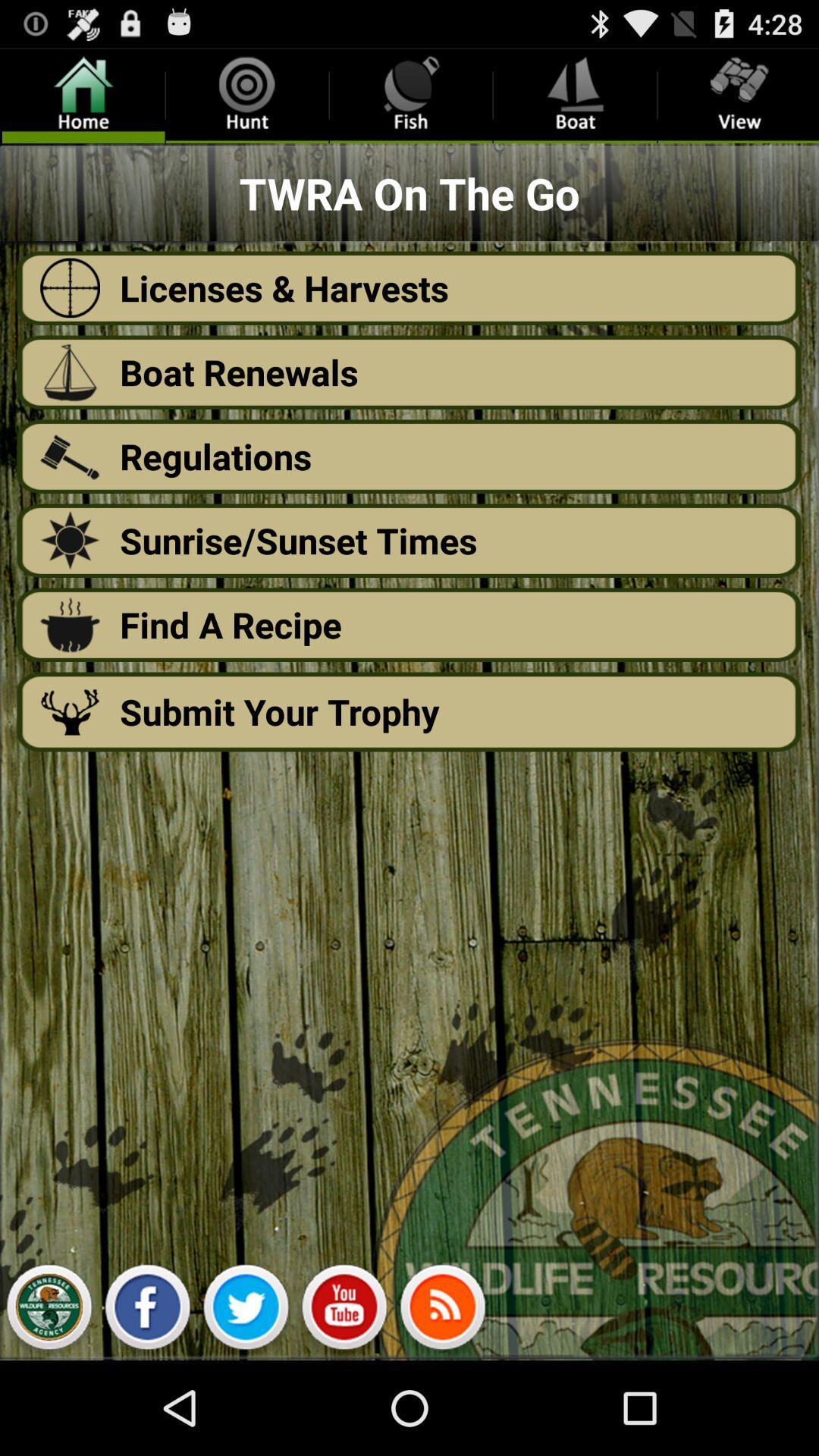 This screenshot has height=1456, width=819. Describe the element at coordinates (48, 1310) in the screenshot. I see `the app below submit your trophy app` at that location.